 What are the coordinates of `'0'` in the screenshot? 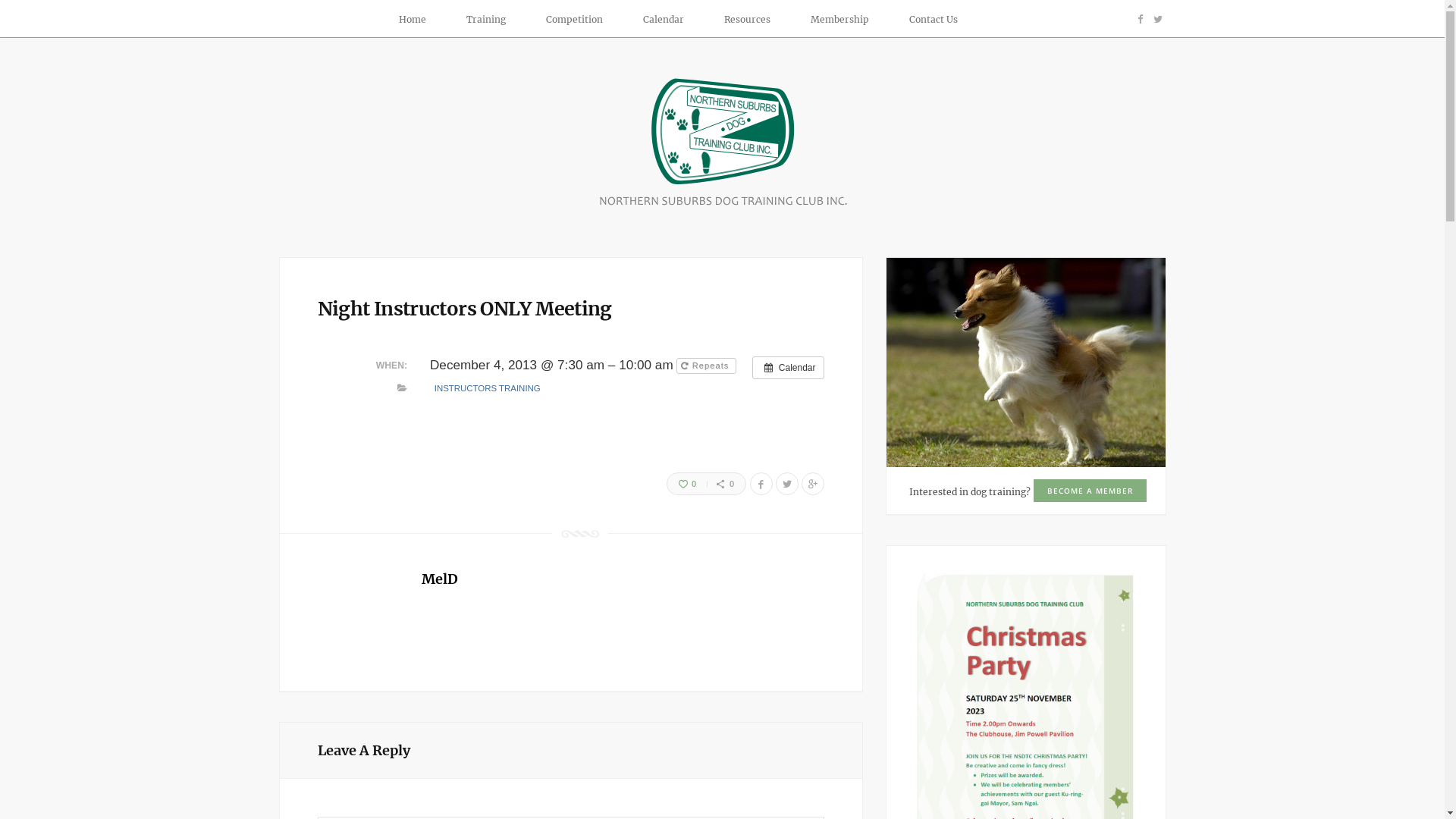 It's located at (667, 483).